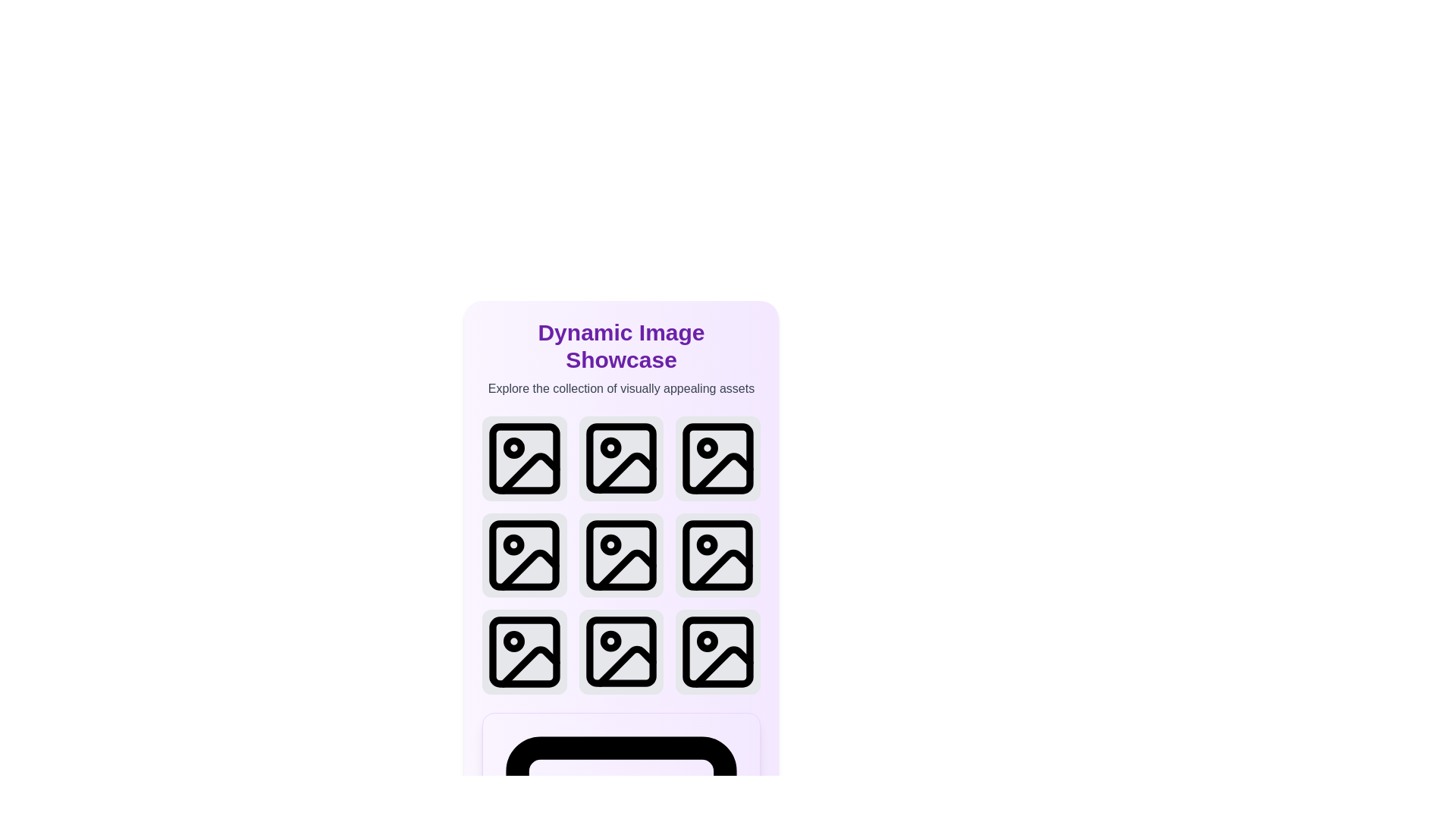 The height and width of the screenshot is (819, 1456). What do you see at coordinates (707, 642) in the screenshot?
I see `the graphical embellishment circle located at the bottom-right corner of the image icon in the three-by-three grid layout` at bounding box center [707, 642].